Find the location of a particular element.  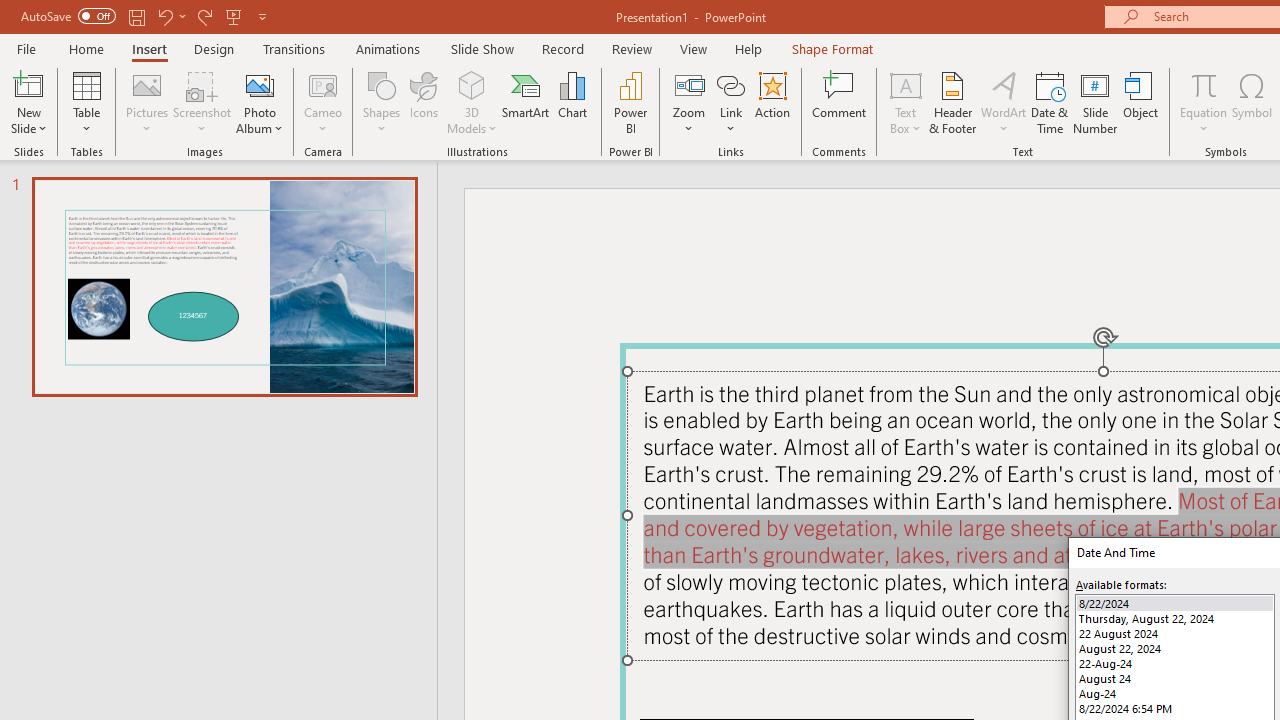

'Chart...' is located at coordinates (571, 103).